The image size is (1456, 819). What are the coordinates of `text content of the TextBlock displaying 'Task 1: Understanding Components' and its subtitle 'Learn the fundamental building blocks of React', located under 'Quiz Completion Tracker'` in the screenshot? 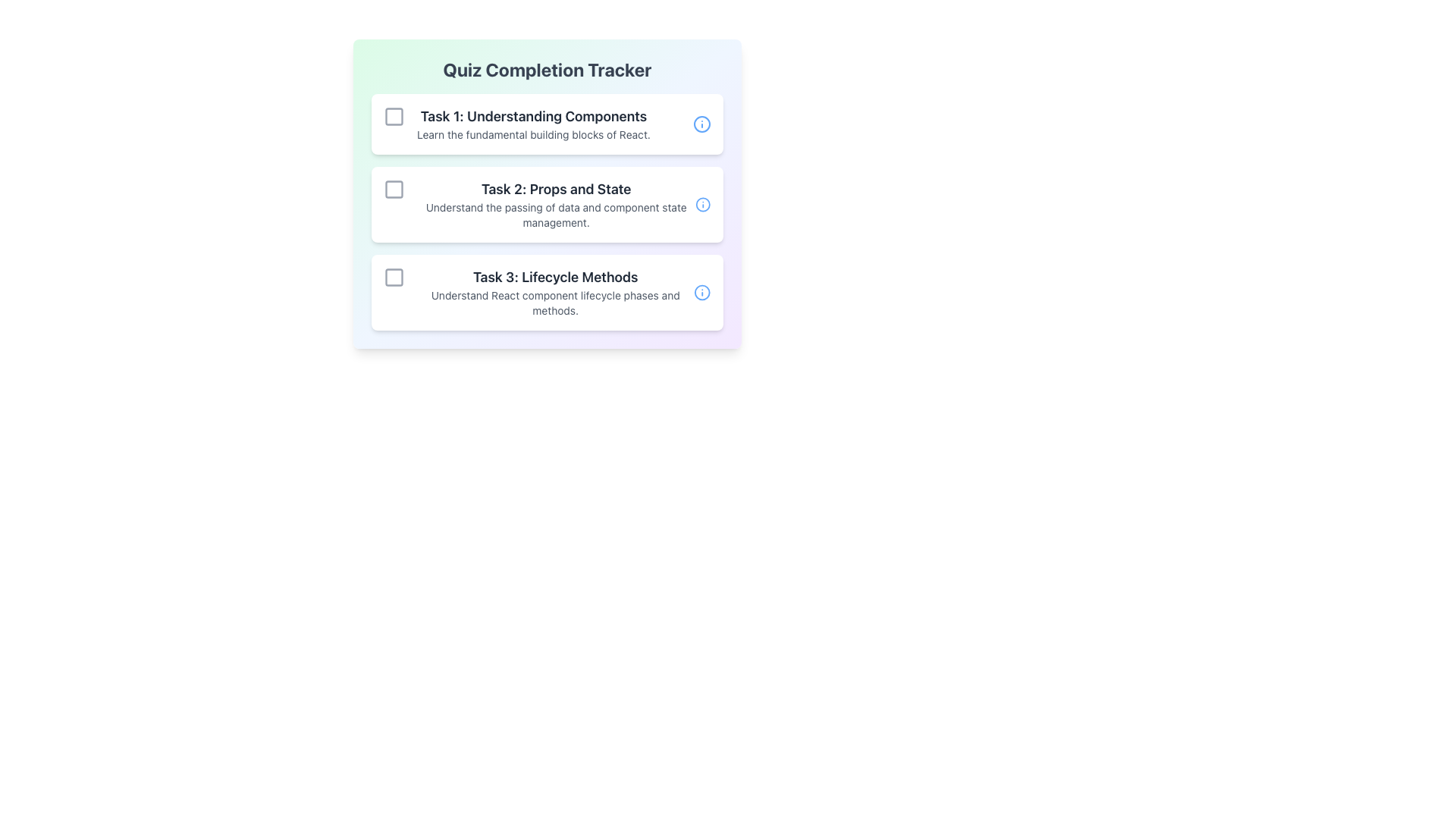 It's located at (533, 124).